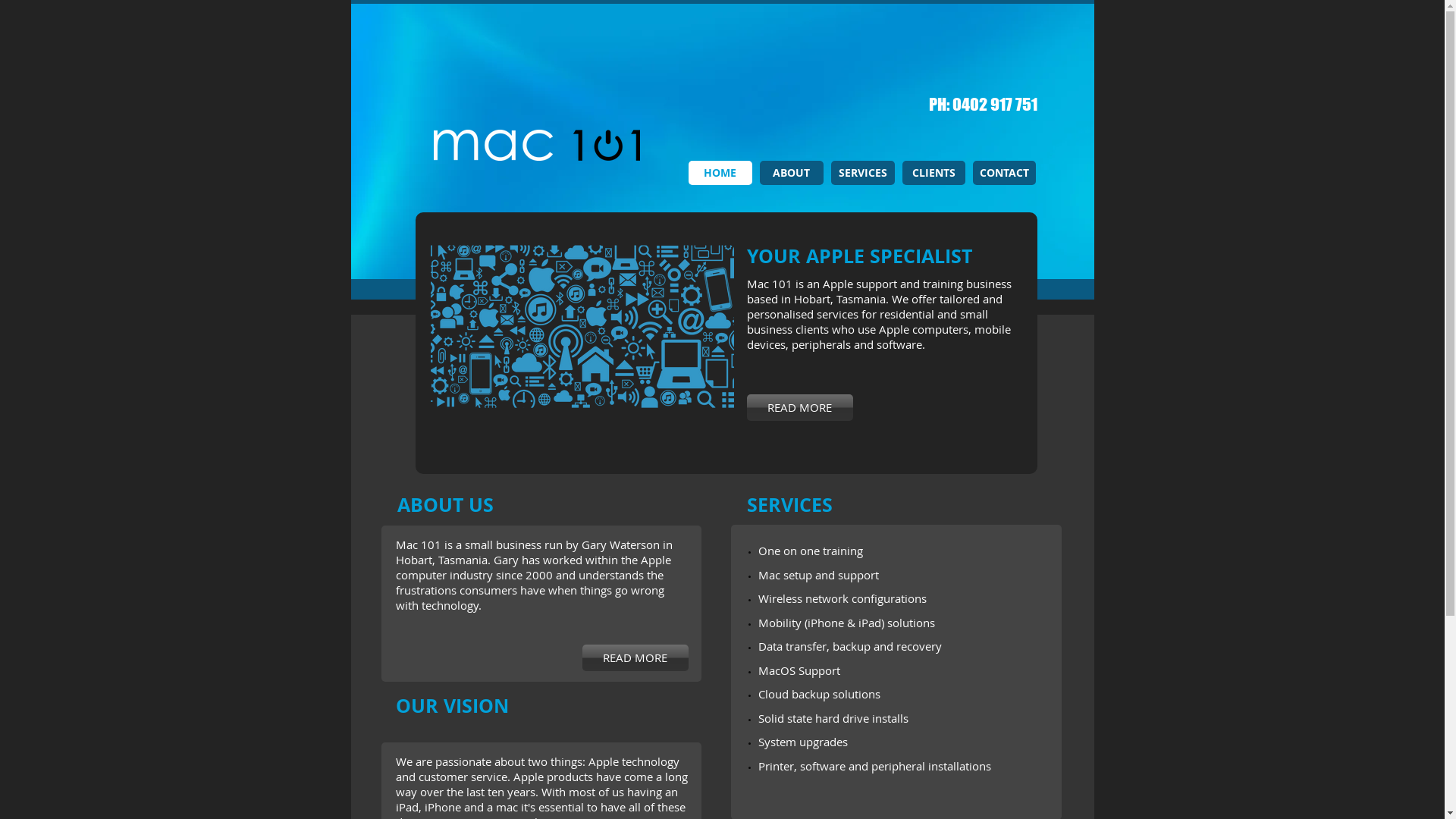 The width and height of the screenshot is (1456, 819). What do you see at coordinates (720, 171) in the screenshot?
I see `'HOME'` at bounding box center [720, 171].